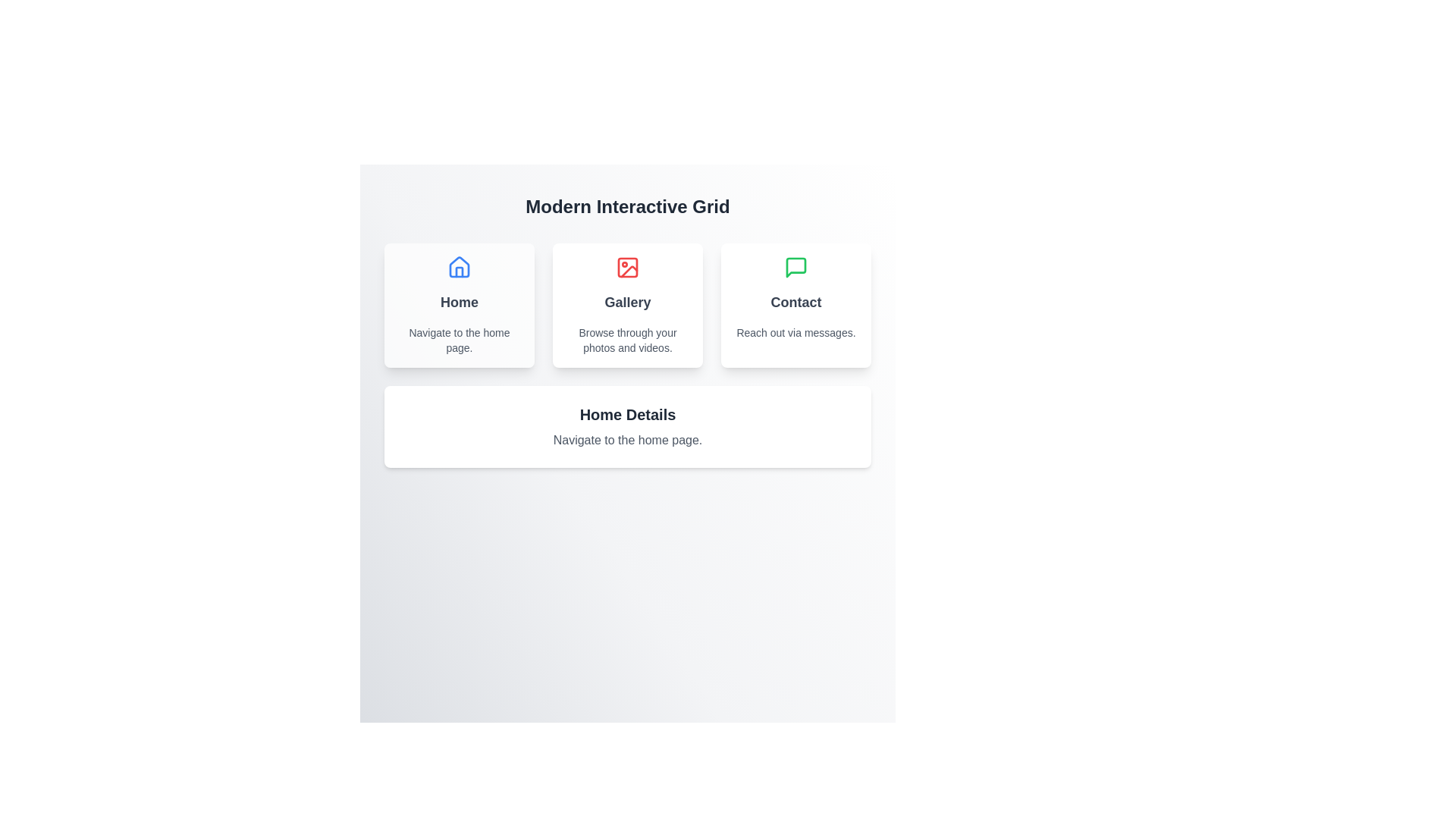  What do you see at coordinates (795, 332) in the screenshot?
I see `the descriptive text label at the bottom of the 'Contact' card, which provides additional information about its purpose` at bounding box center [795, 332].